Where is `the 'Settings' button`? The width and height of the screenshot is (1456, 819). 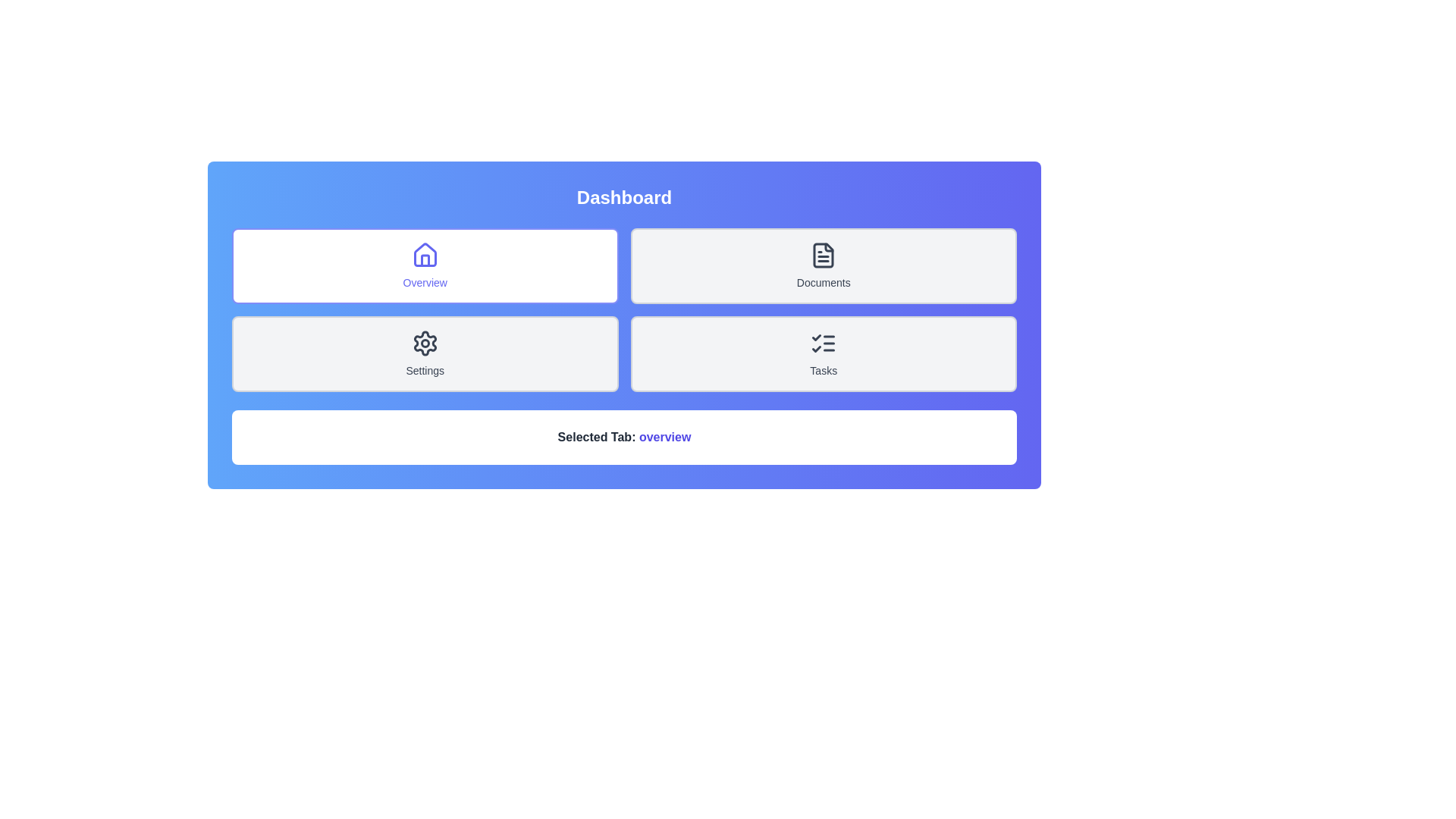 the 'Settings' button is located at coordinates (425, 353).